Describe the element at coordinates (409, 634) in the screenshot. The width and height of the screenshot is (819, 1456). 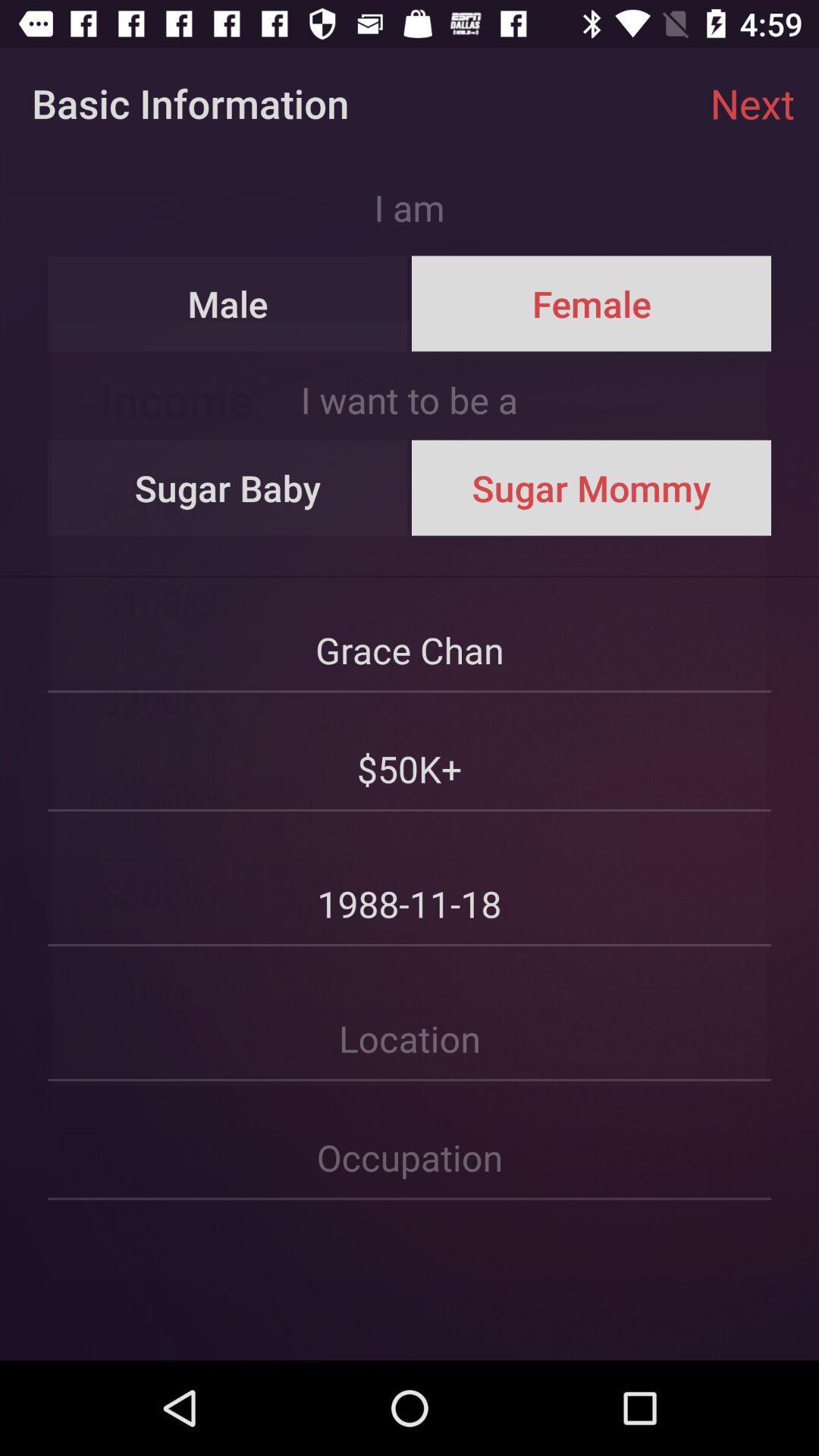
I see `the grace chan item` at that location.